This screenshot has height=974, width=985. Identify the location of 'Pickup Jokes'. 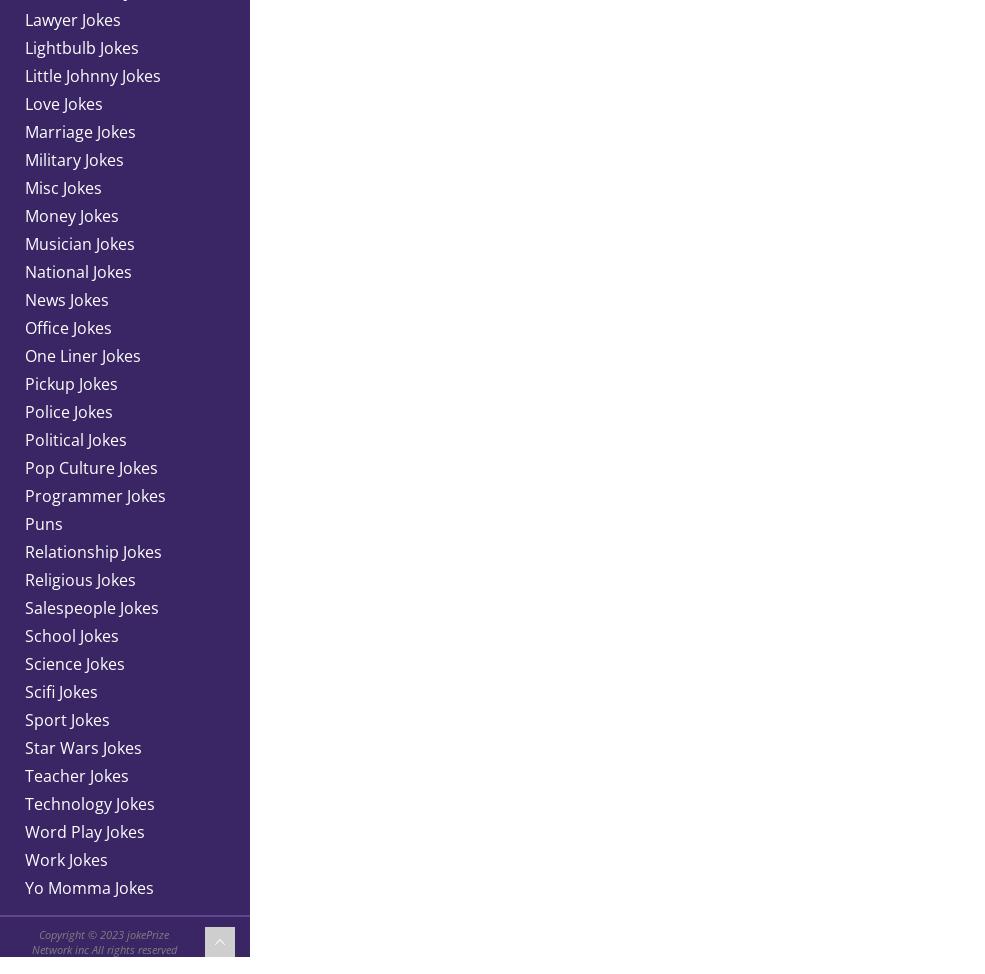
(70, 382).